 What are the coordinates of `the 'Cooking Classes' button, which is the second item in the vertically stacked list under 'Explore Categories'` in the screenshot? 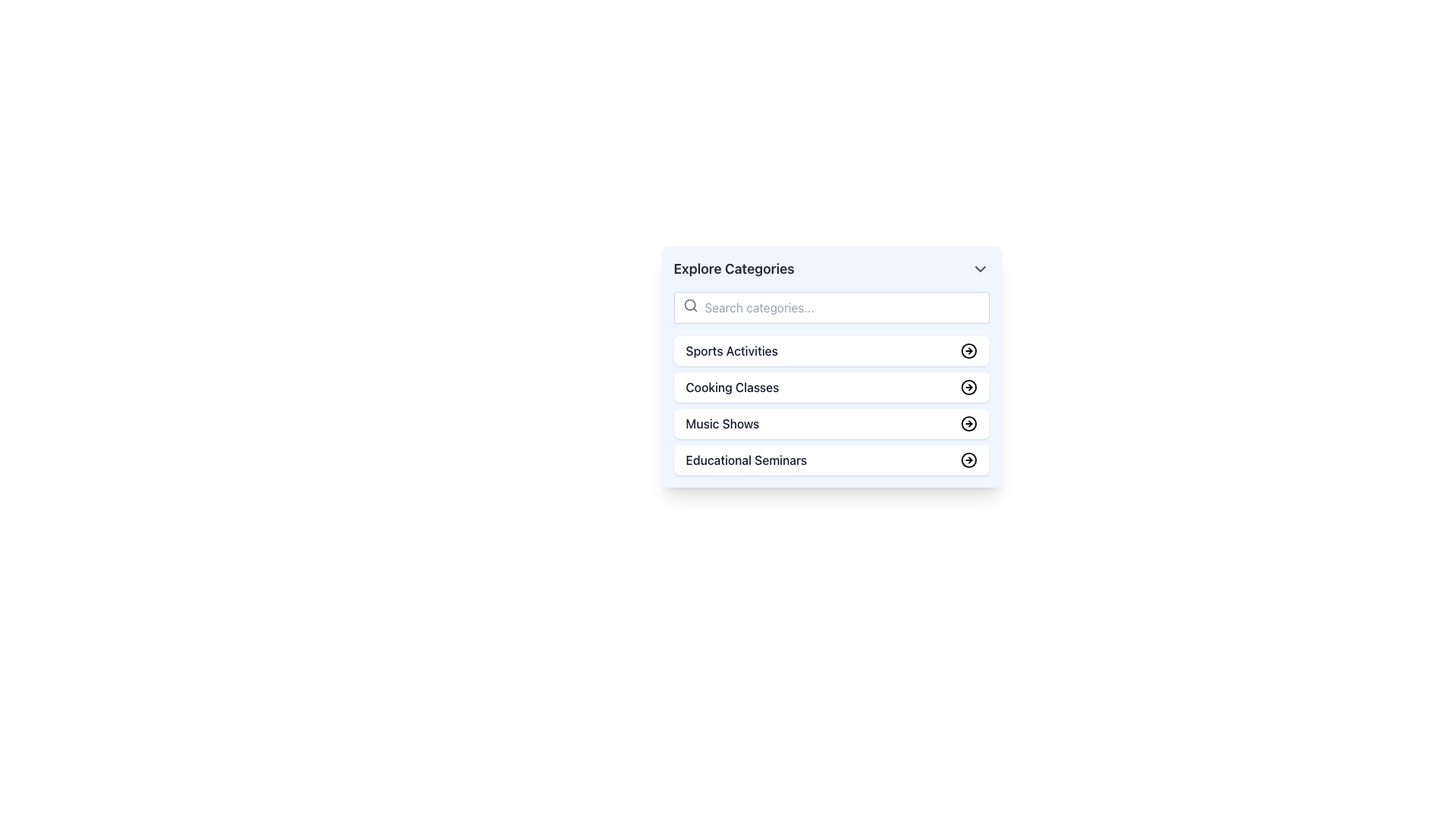 It's located at (830, 386).